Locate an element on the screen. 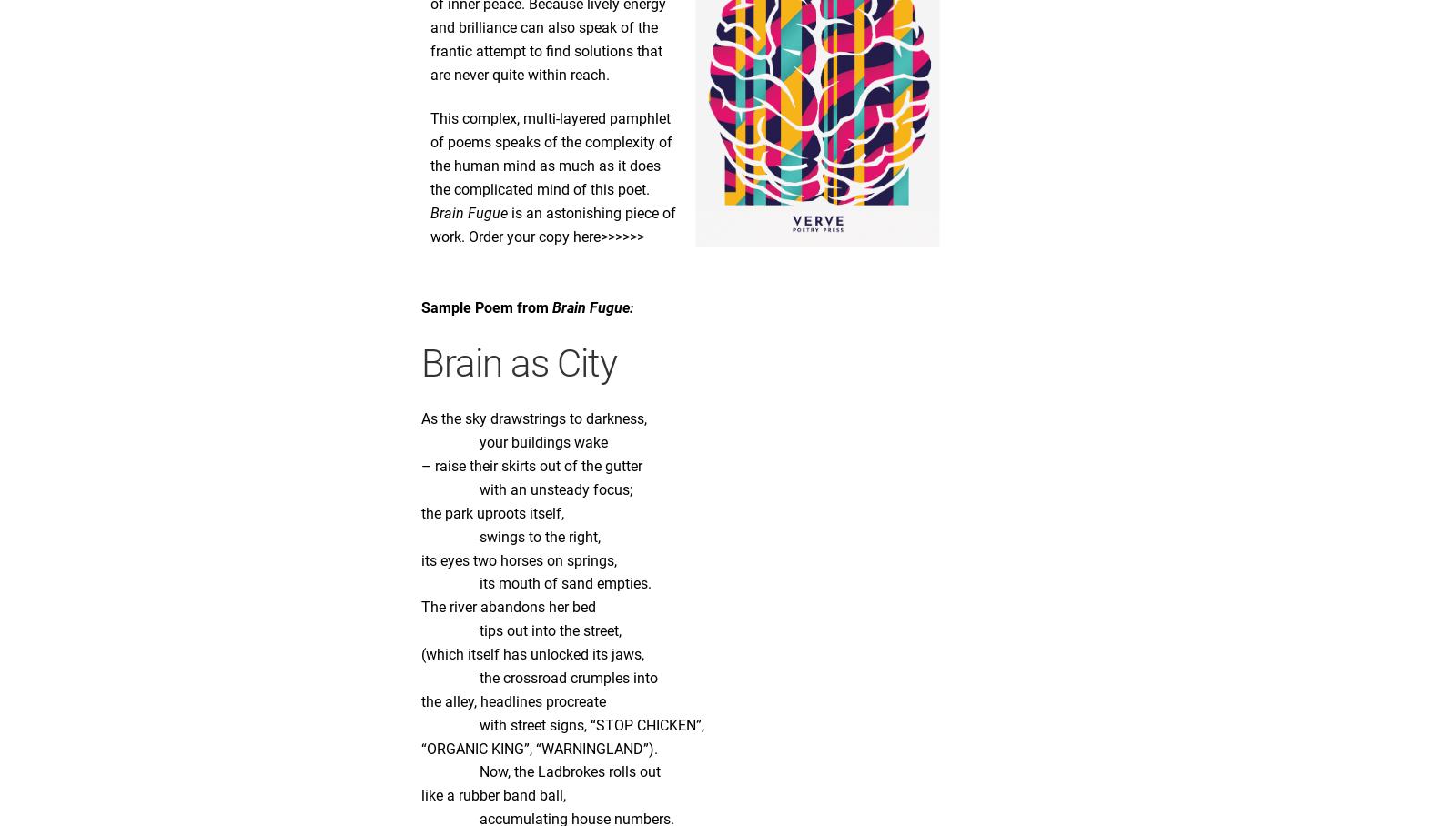  'with an unsteady focus;' is located at coordinates (526, 488).